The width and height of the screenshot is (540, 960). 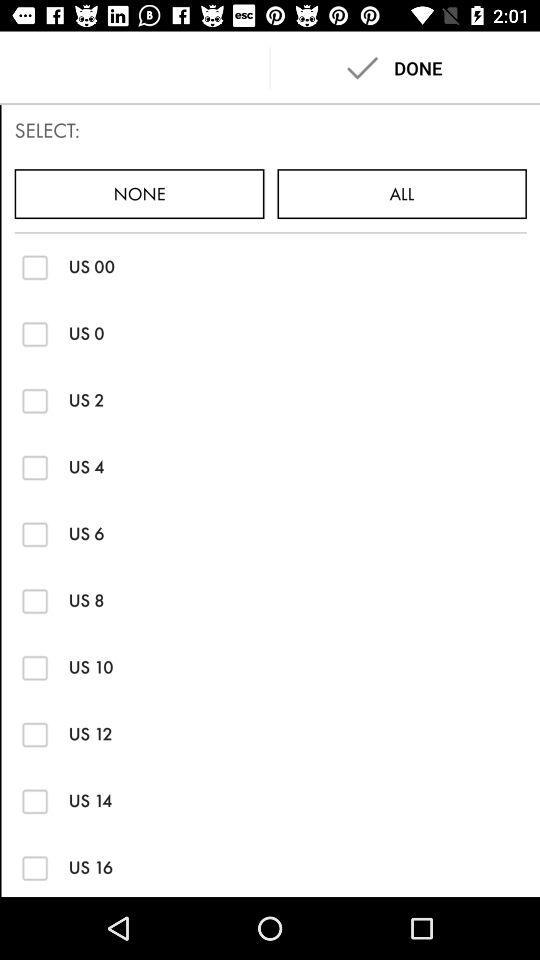 I want to click on us 10, so click(x=35, y=667).